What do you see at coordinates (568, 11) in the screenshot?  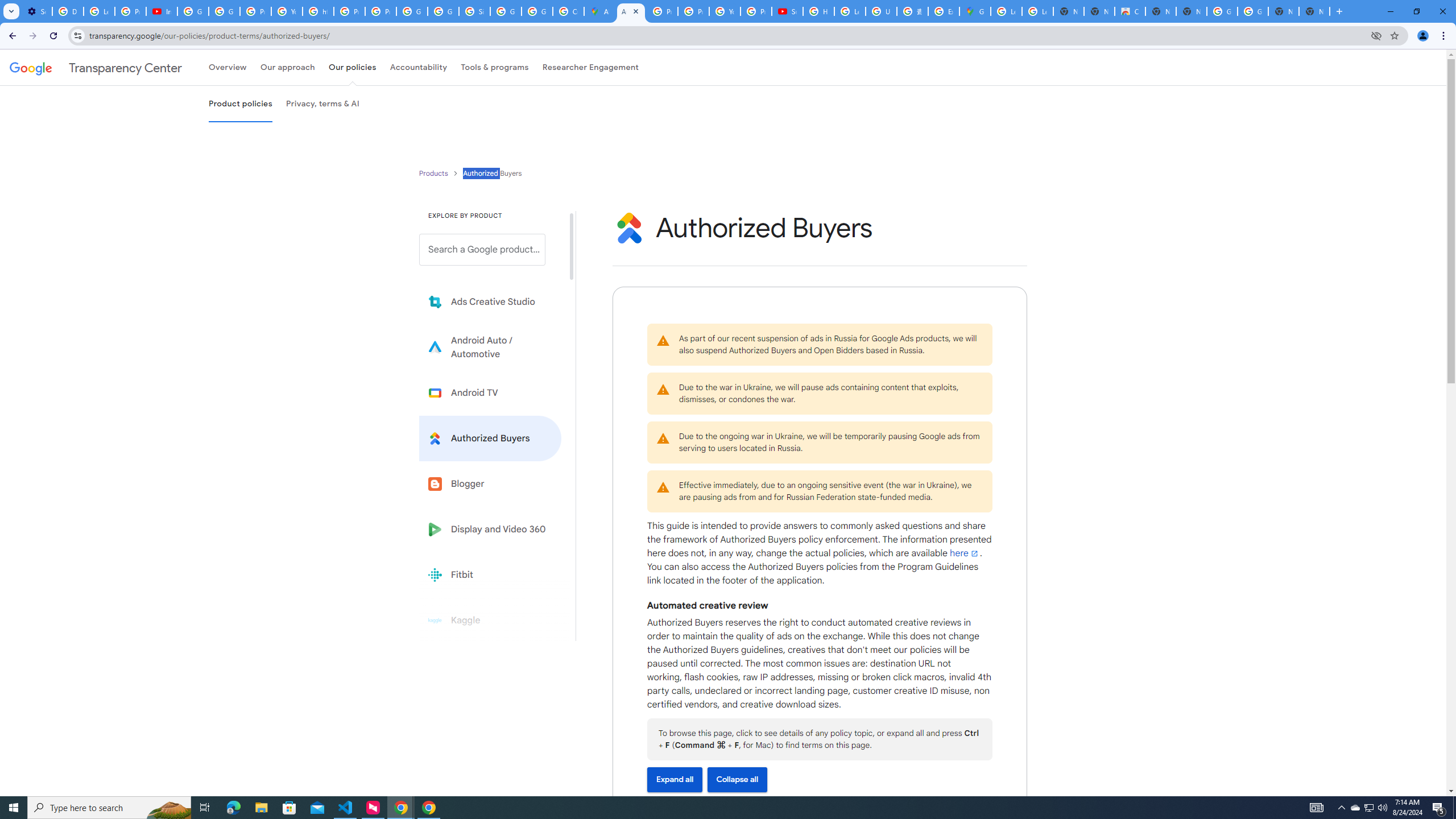 I see `'Create your Google Account'` at bounding box center [568, 11].